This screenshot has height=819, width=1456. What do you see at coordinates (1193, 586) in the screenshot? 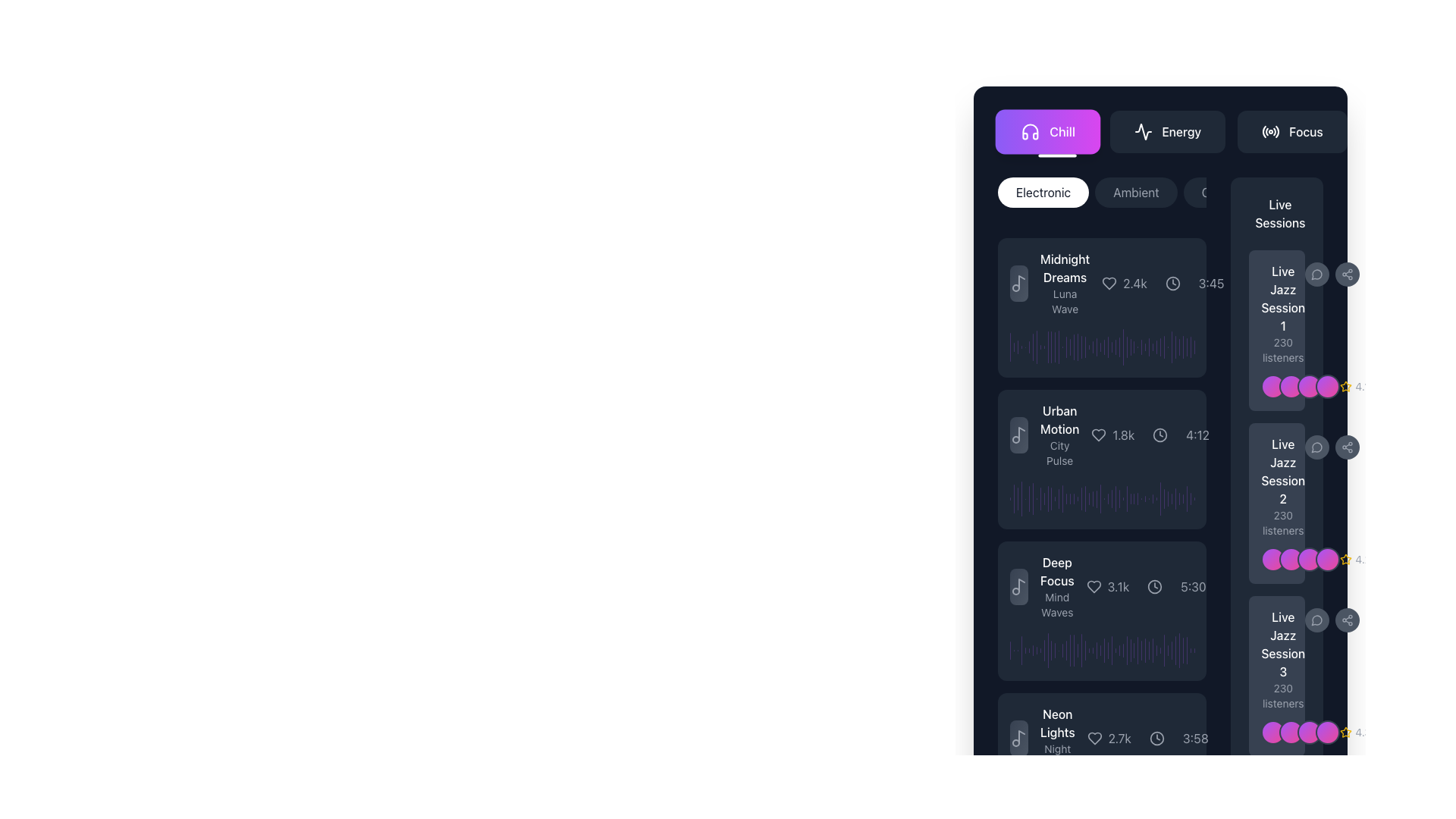
I see `time displayed in the text label that shows the duration of an audio track, positioned to the right of the clock icon and the numerical text '3.1k'` at bounding box center [1193, 586].